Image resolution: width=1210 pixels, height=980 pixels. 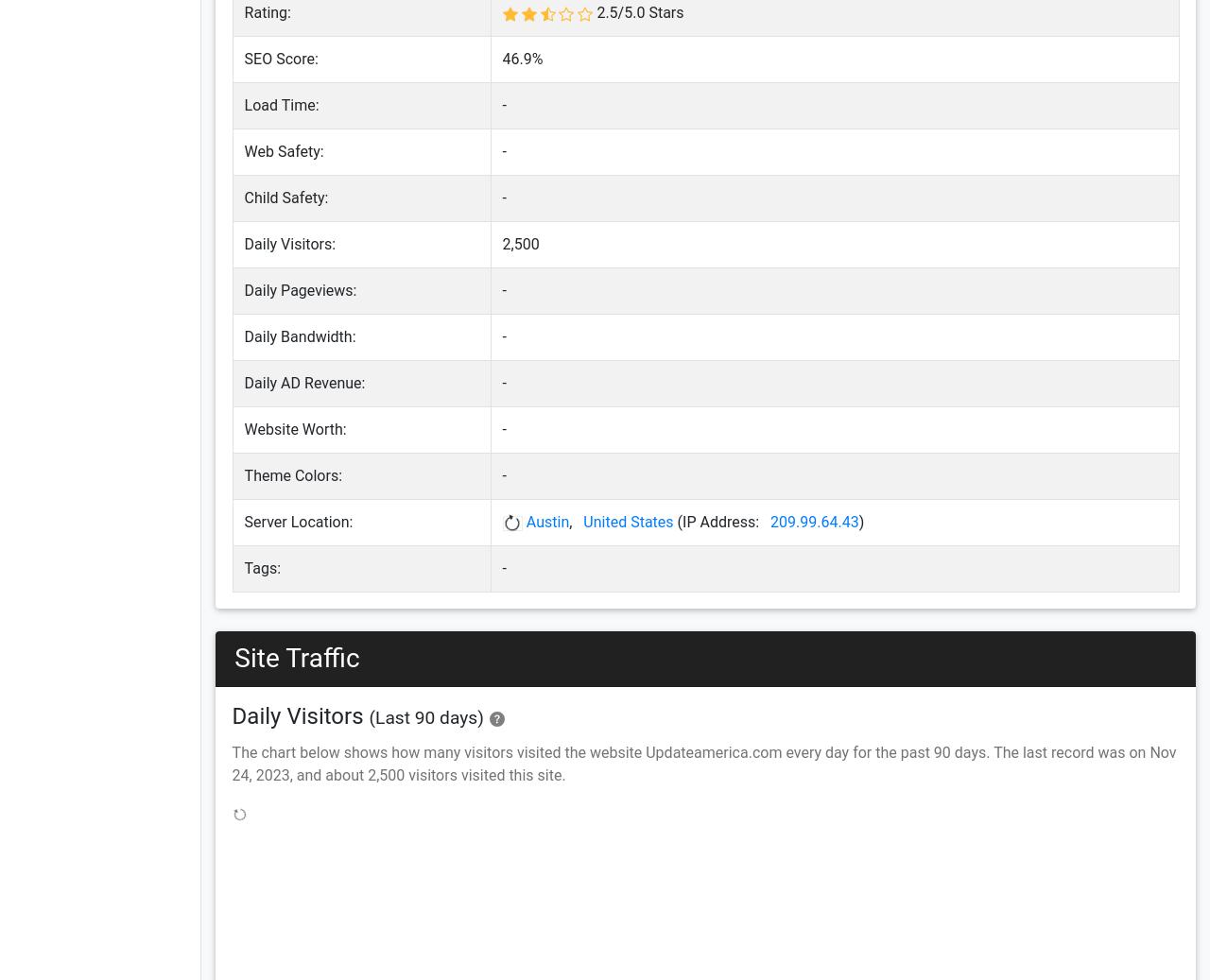 What do you see at coordinates (283, 149) in the screenshot?
I see `'Web Safety:'` at bounding box center [283, 149].